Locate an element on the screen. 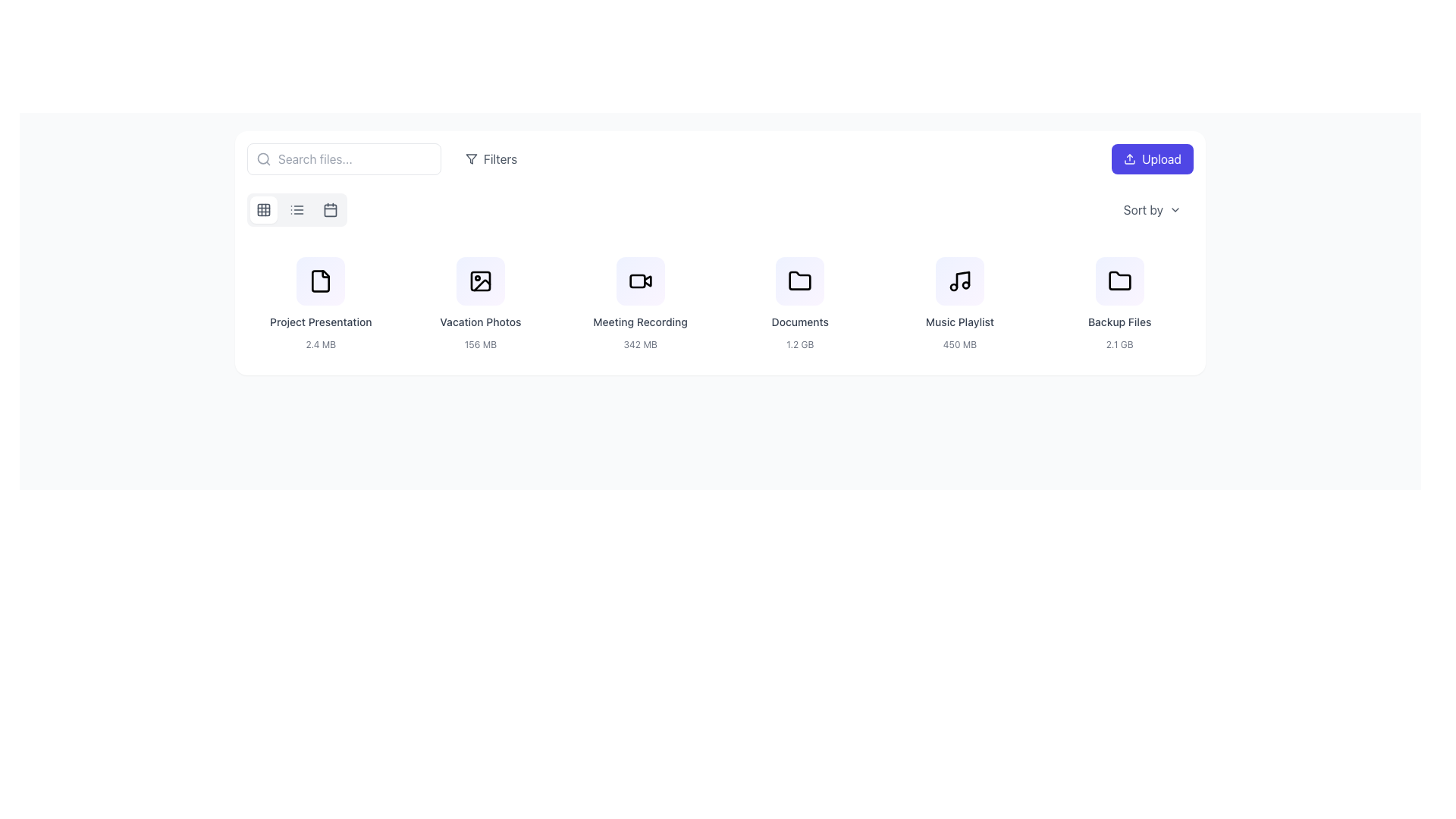 This screenshot has height=819, width=1456. the 'Upload' text label within the button located in the top-right corner of the interface is located at coordinates (1161, 158).